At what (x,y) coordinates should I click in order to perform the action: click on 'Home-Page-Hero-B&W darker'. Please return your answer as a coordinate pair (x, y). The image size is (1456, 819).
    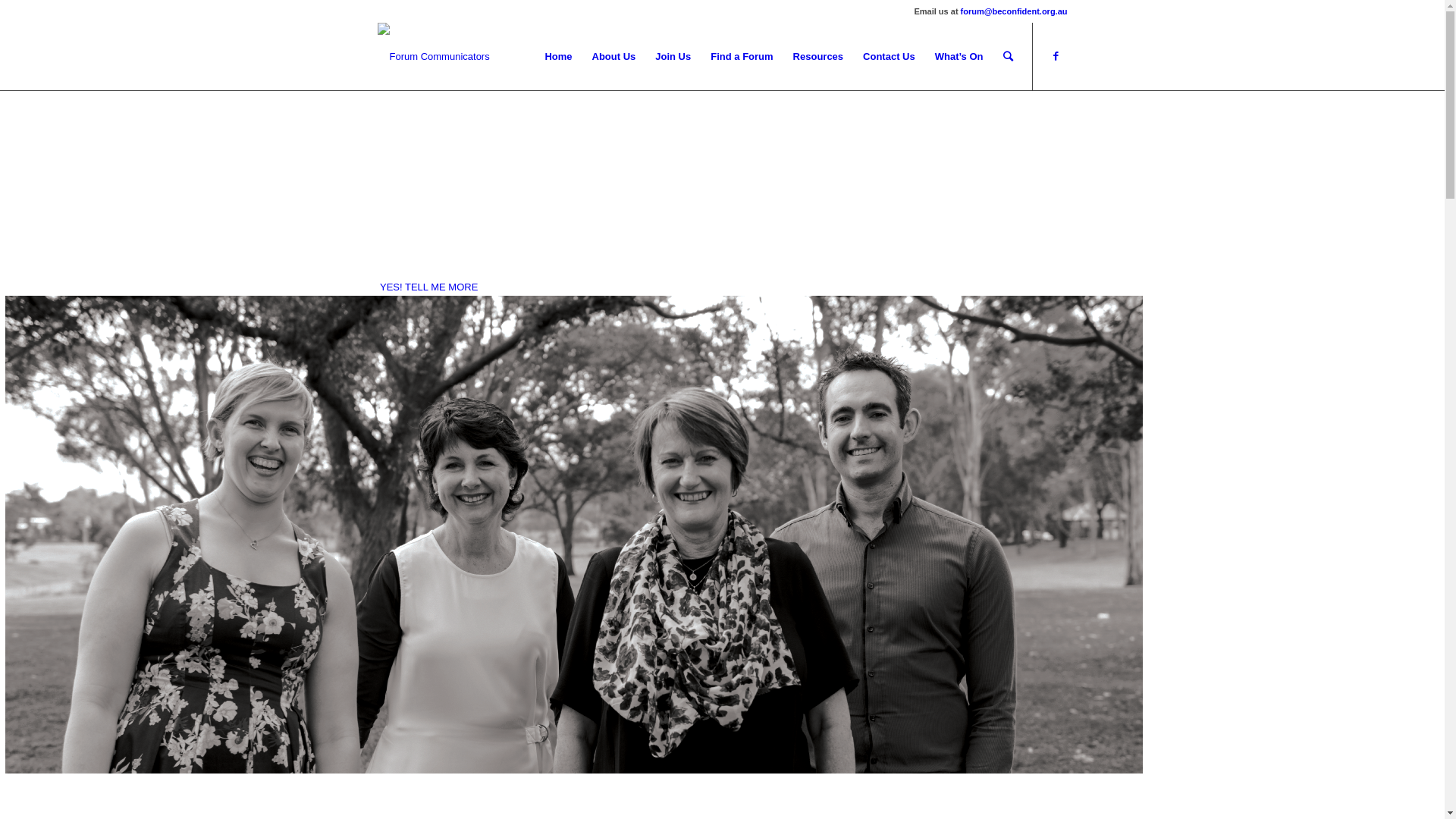
    Looking at the image, I should click on (5, 534).